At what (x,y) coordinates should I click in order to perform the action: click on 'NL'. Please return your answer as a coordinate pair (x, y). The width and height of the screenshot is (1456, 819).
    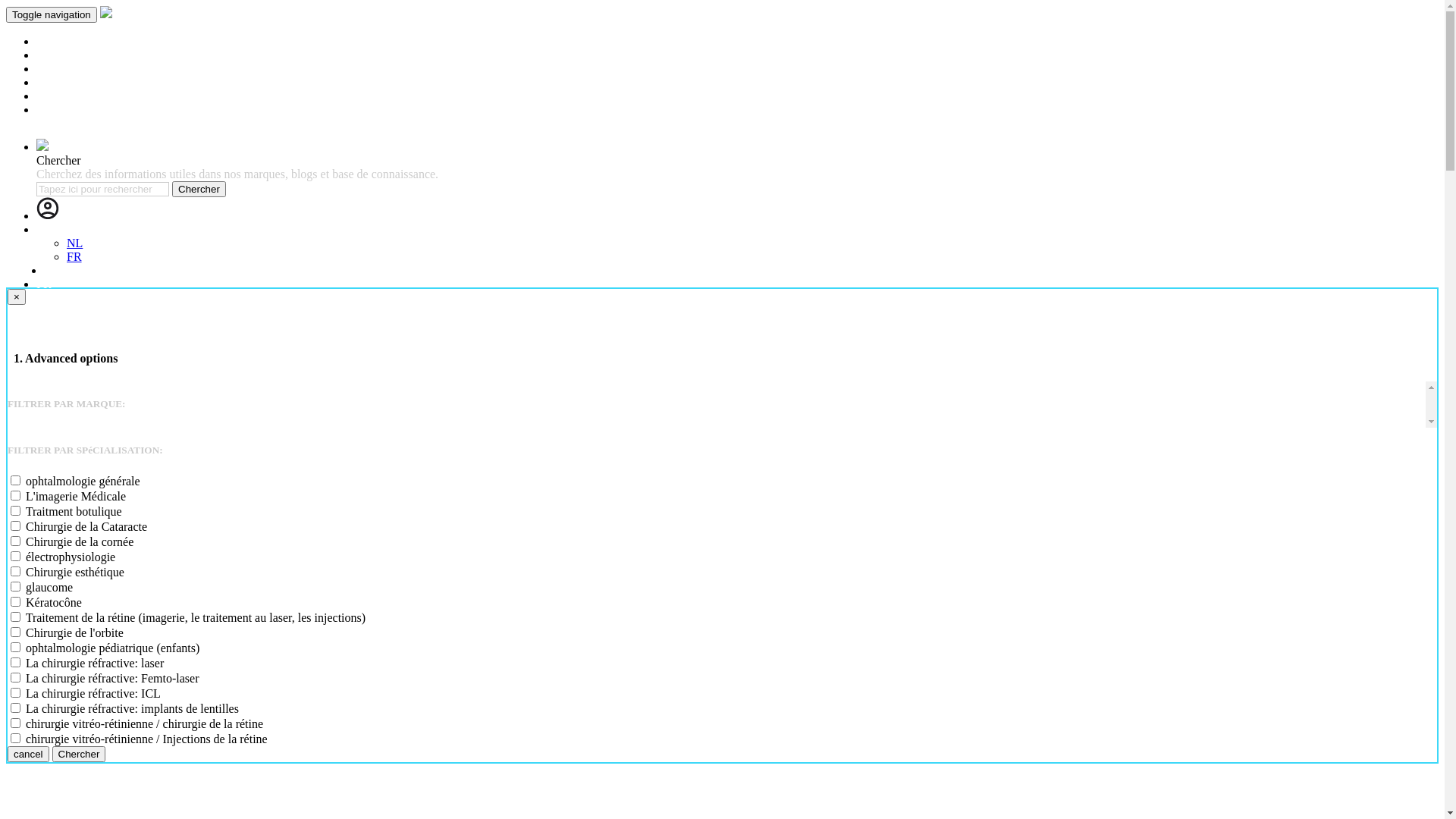
    Looking at the image, I should click on (74, 242).